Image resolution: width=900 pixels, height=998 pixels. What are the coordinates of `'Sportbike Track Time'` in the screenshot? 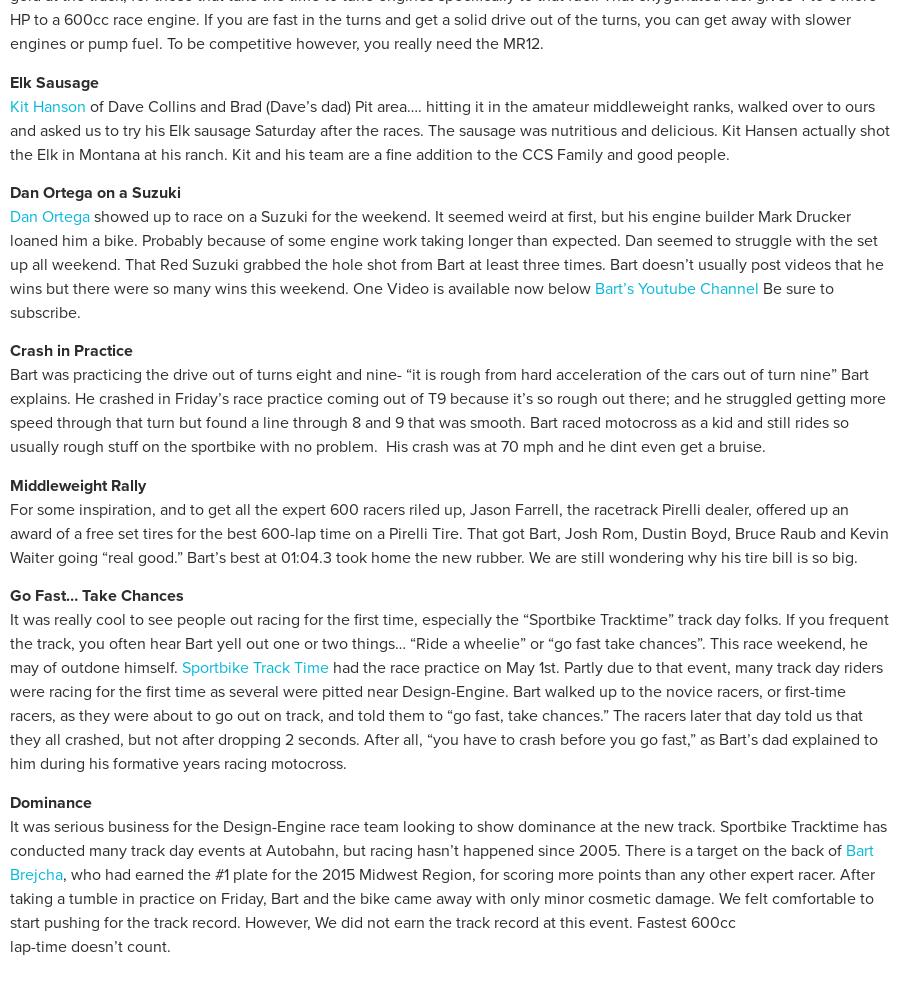 It's located at (181, 666).